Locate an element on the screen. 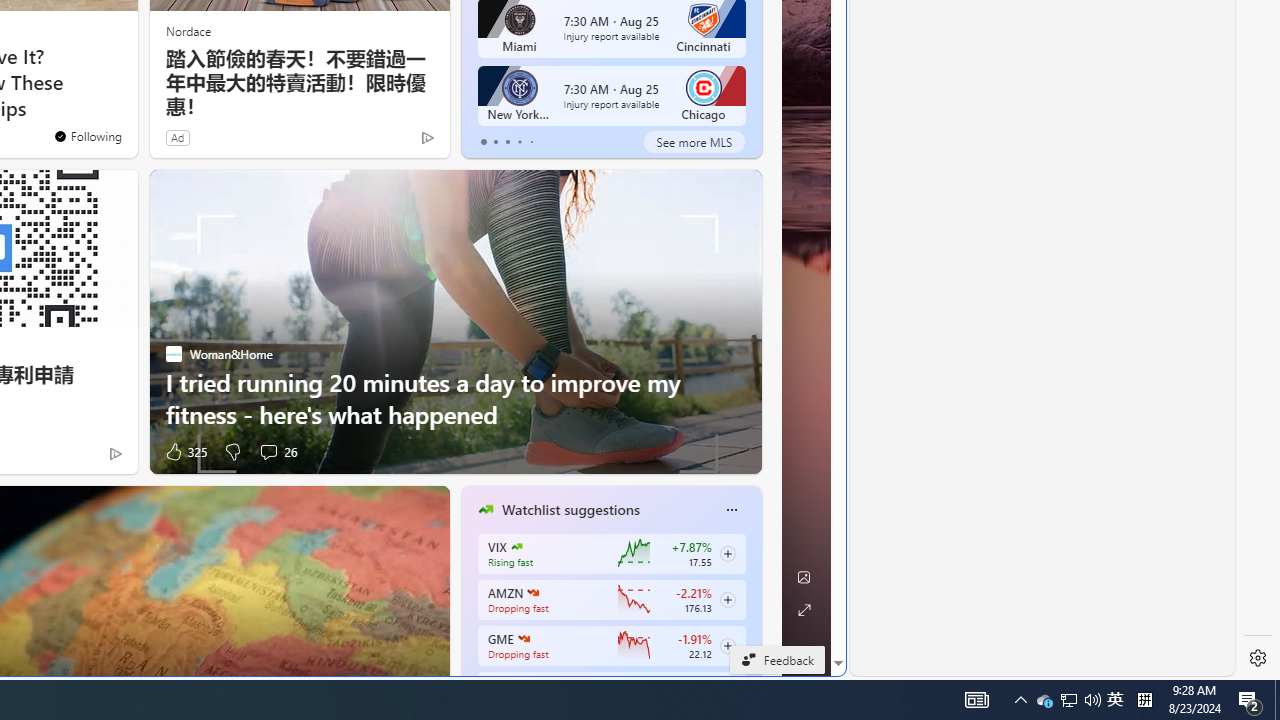  'tab-3' is located at coordinates (519, 141).